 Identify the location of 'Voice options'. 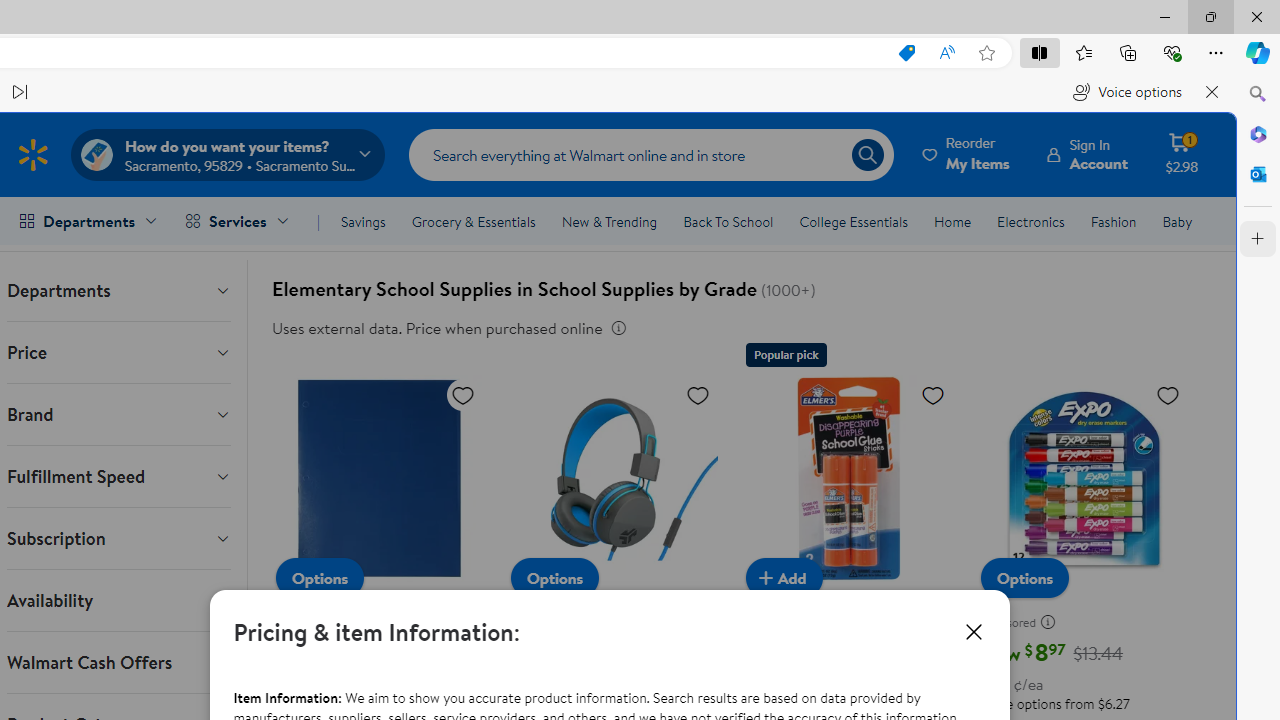
(1127, 92).